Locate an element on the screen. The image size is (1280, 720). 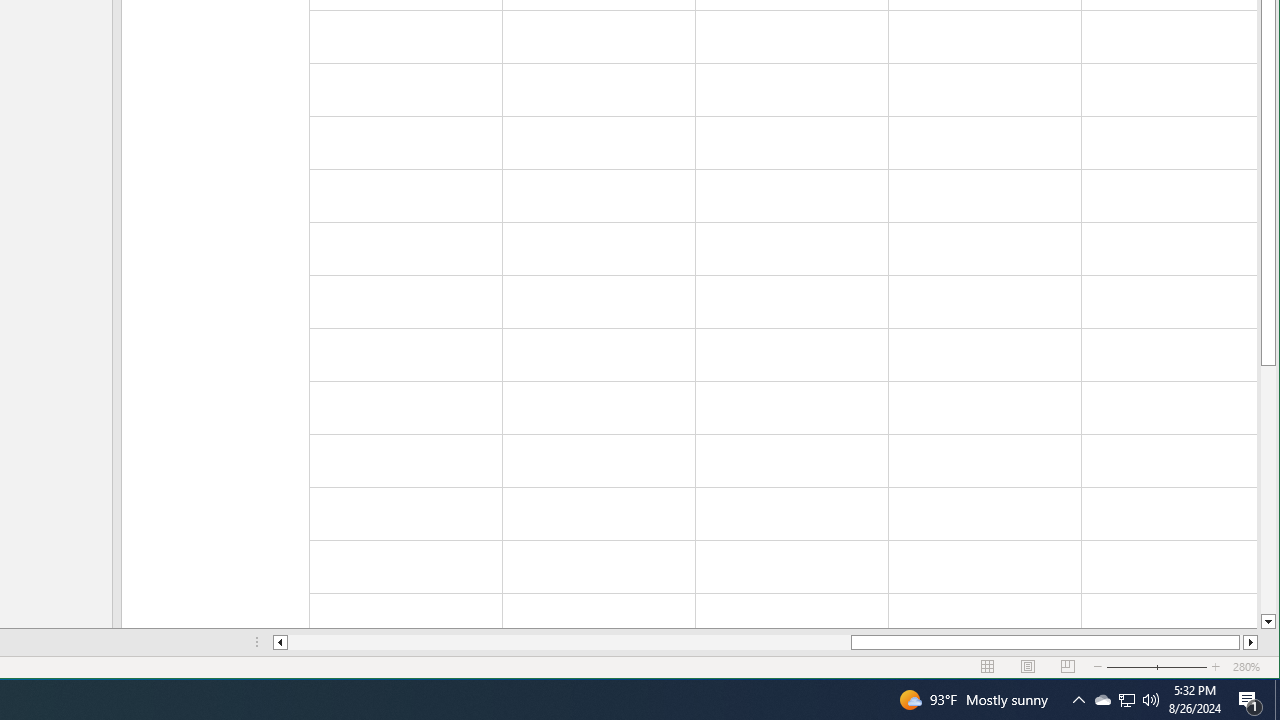
'Page Break Preview' is located at coordinates (1067, 667).